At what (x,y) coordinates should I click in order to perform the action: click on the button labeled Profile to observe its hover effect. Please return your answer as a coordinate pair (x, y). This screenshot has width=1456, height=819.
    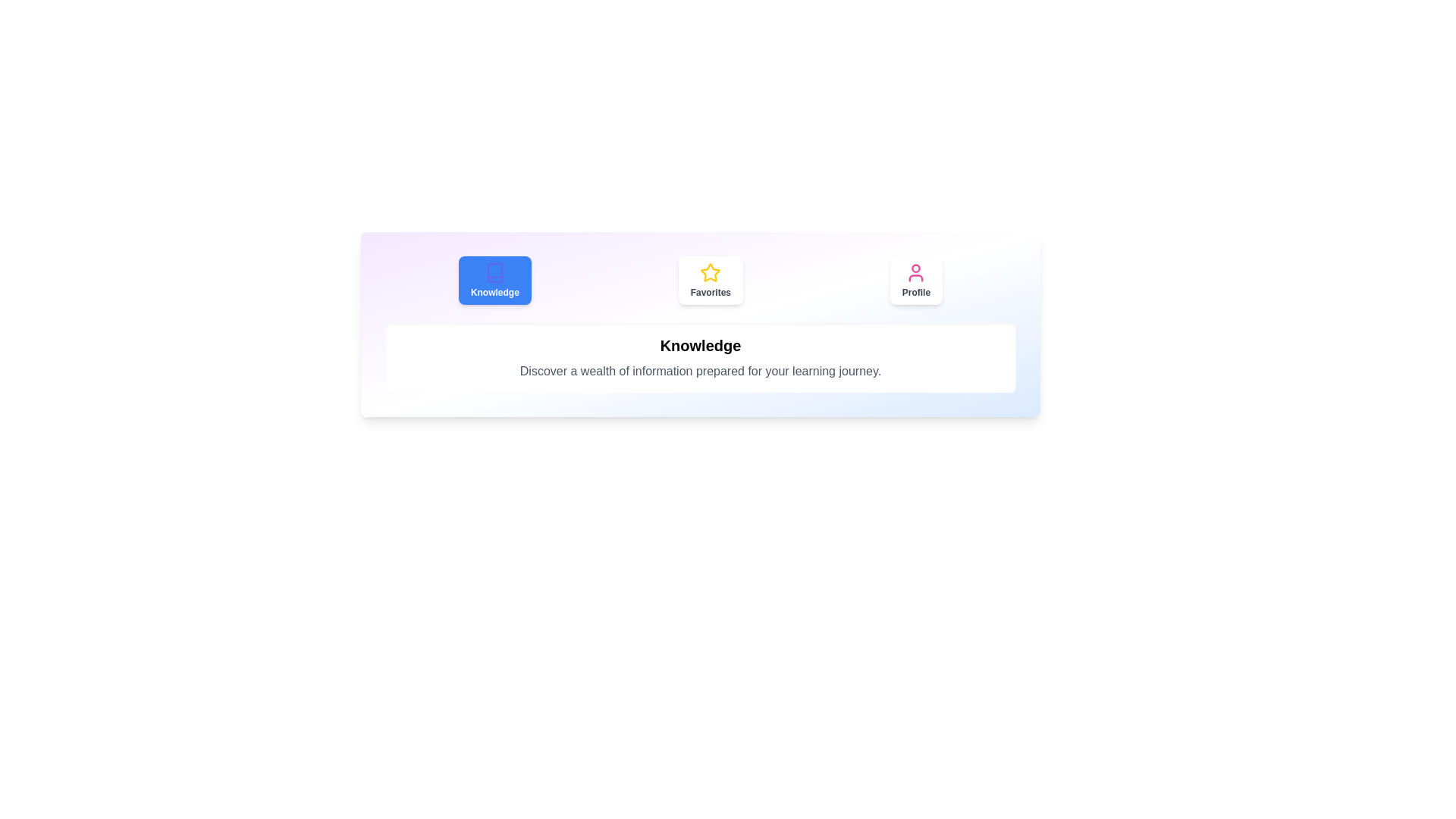
    Looking at the image, I should click on (915, 281).